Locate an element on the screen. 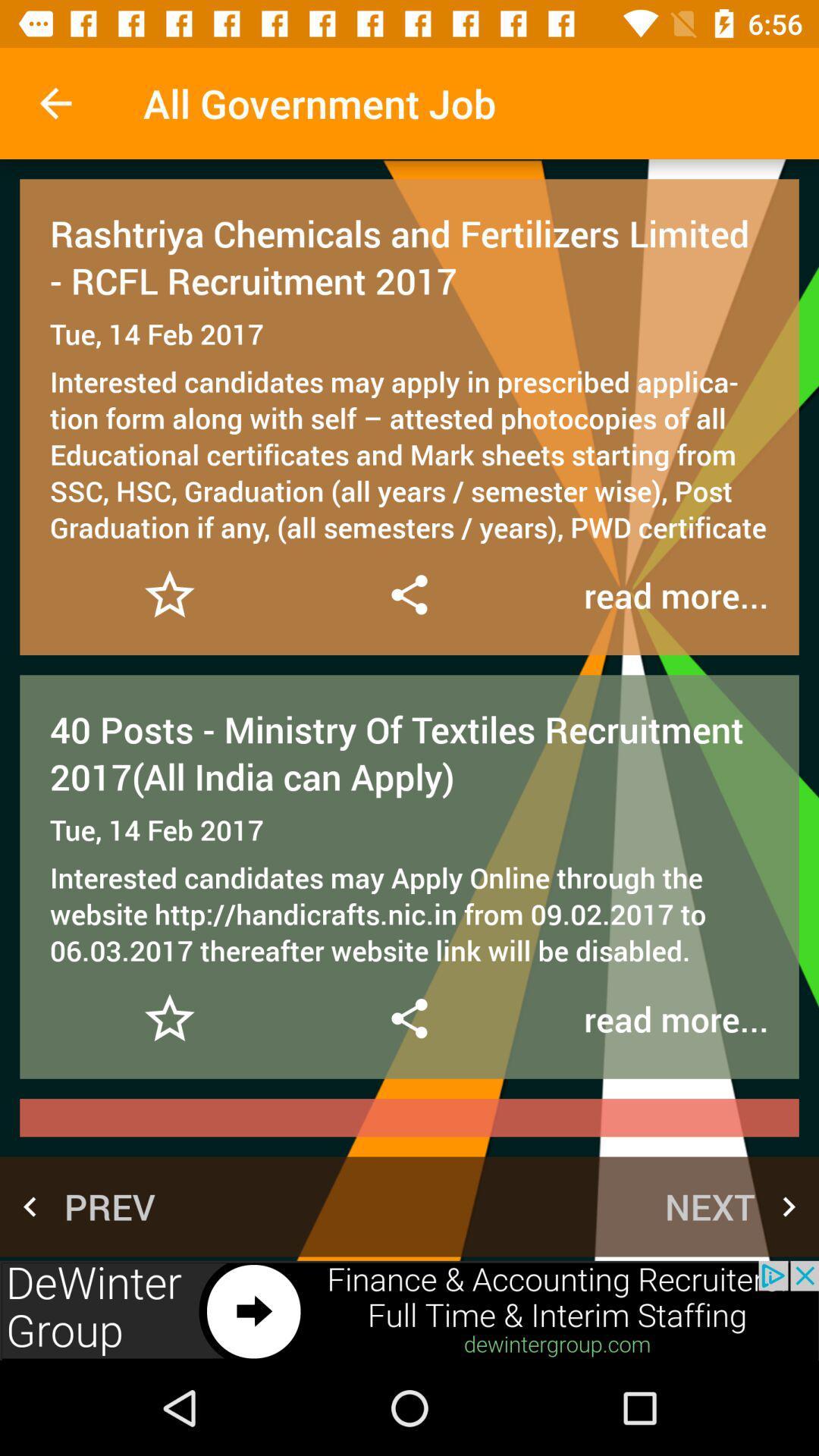  rating is located at coordinates (169, 1018).